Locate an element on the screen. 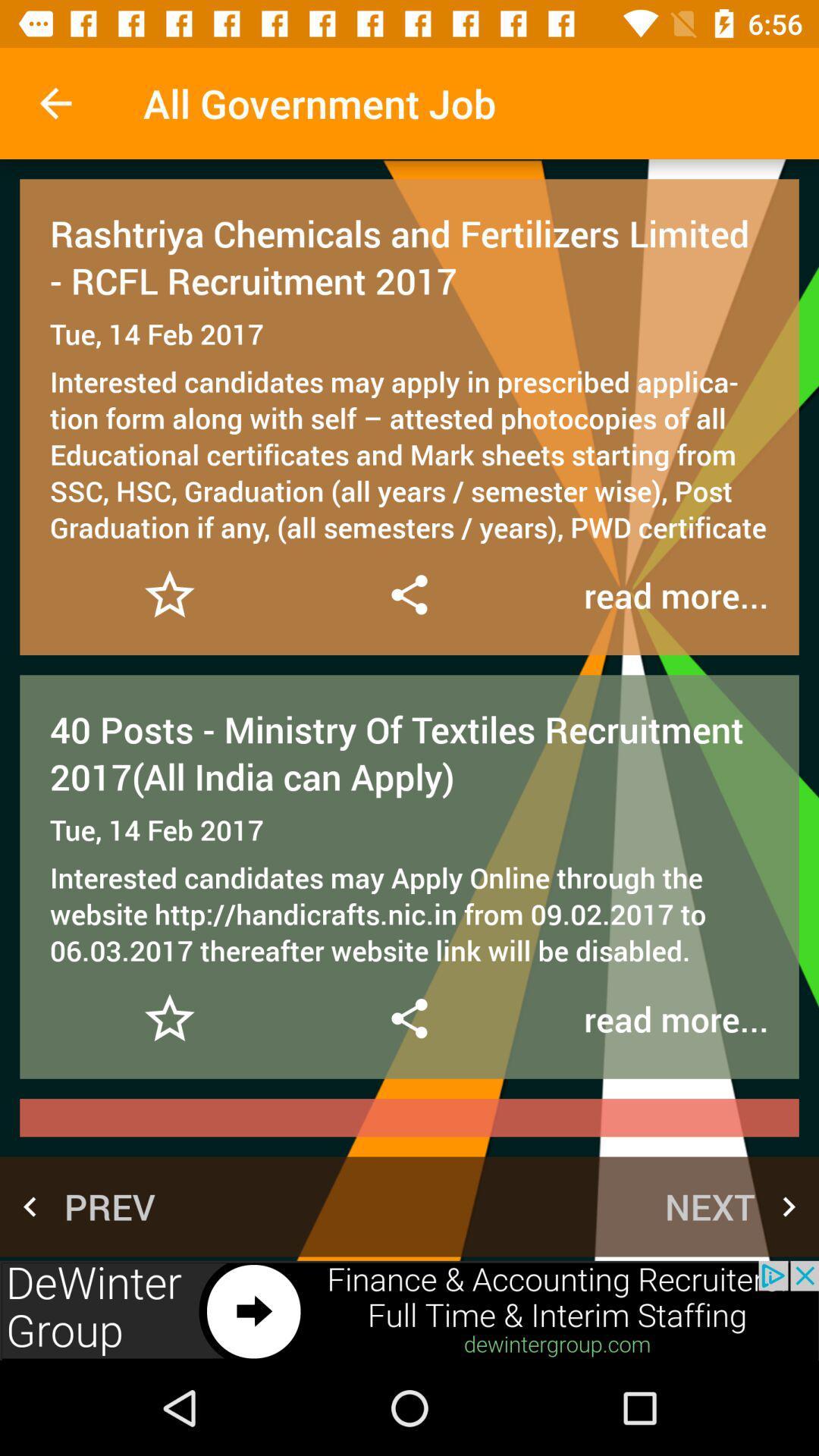  rating is located at coordinates (169, 1018).